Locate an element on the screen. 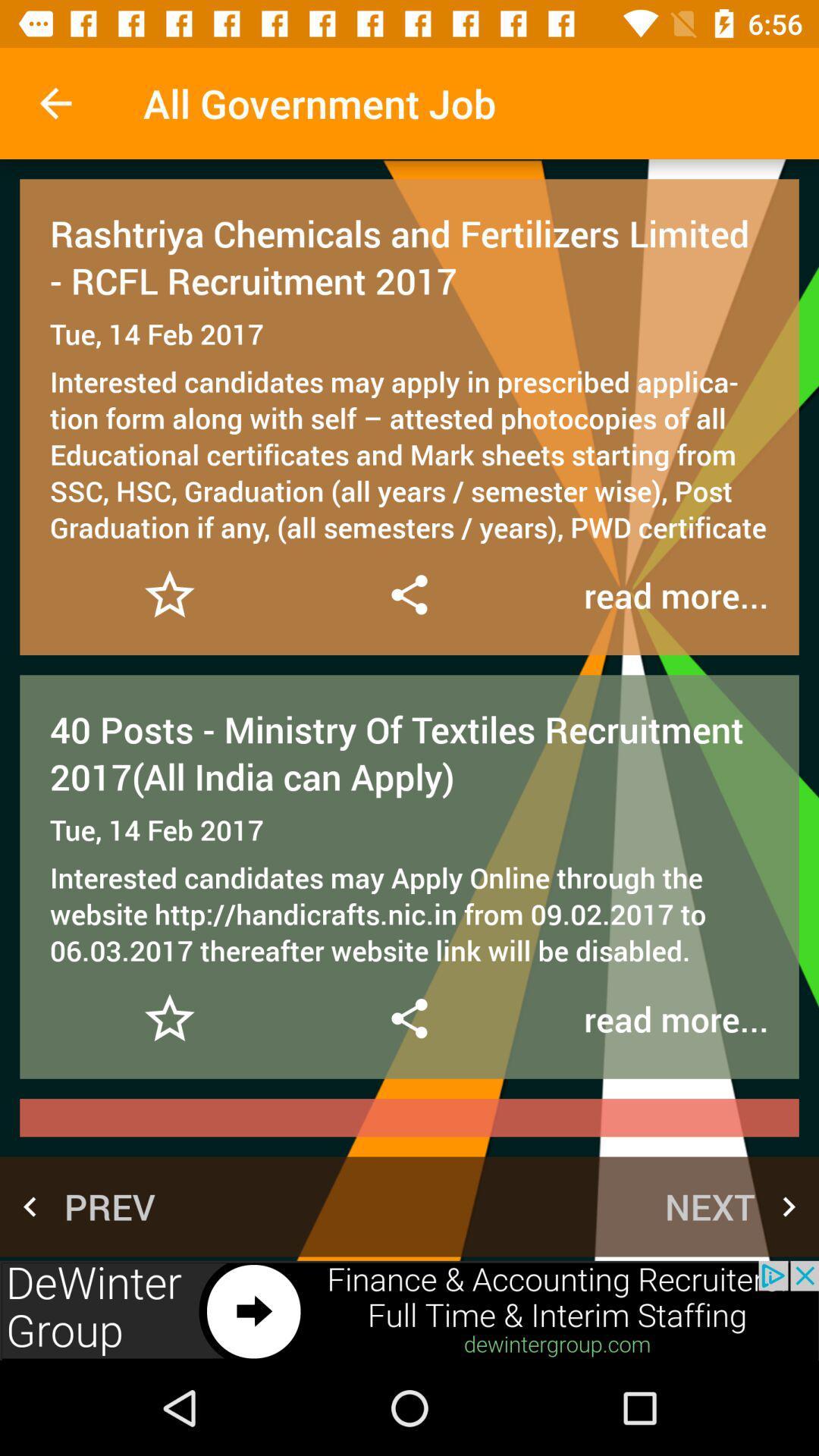  rating is located at coordinates (169, 1018).